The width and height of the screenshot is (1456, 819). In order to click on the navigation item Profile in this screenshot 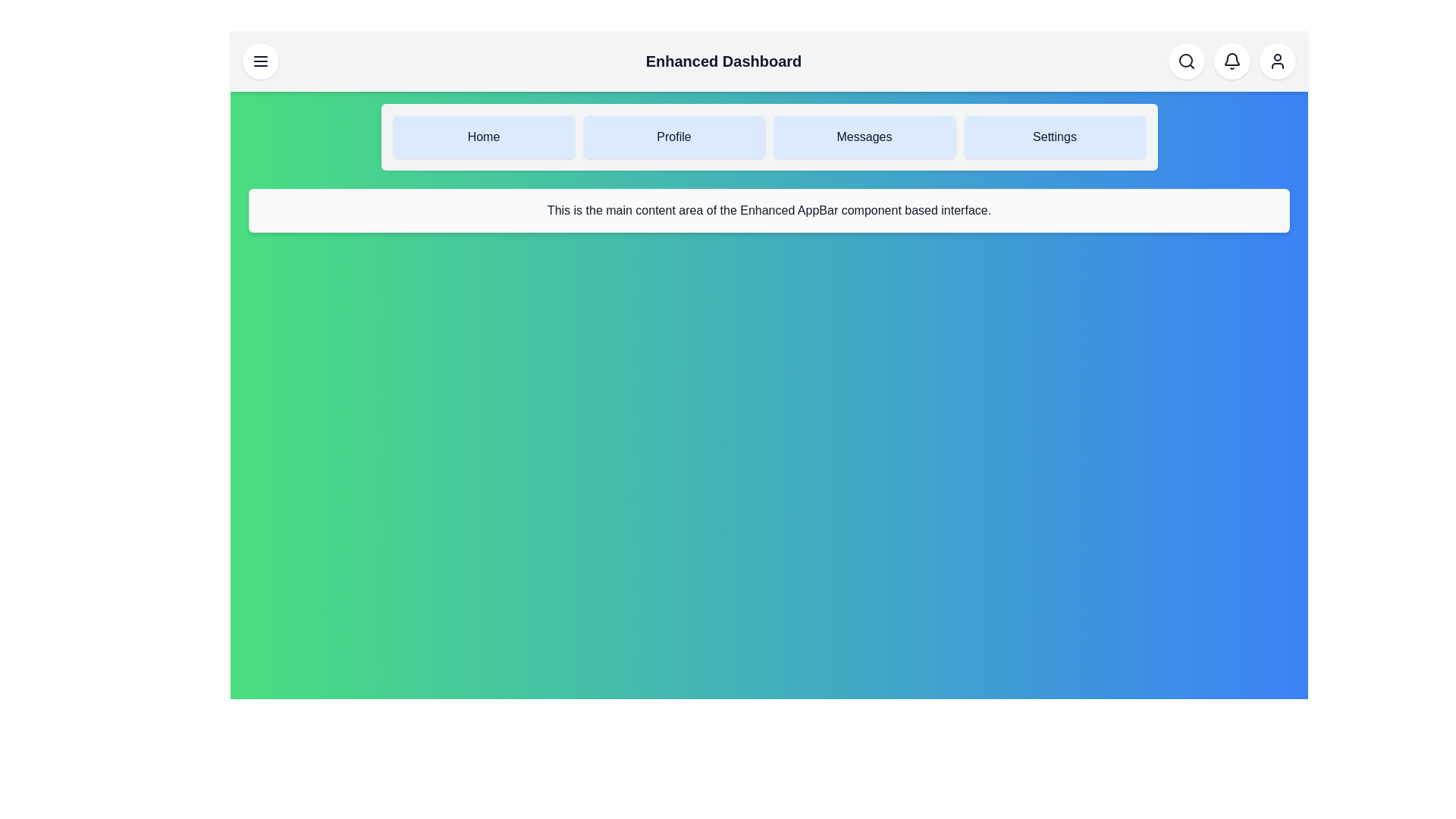, I will do `click(673, 137)`.